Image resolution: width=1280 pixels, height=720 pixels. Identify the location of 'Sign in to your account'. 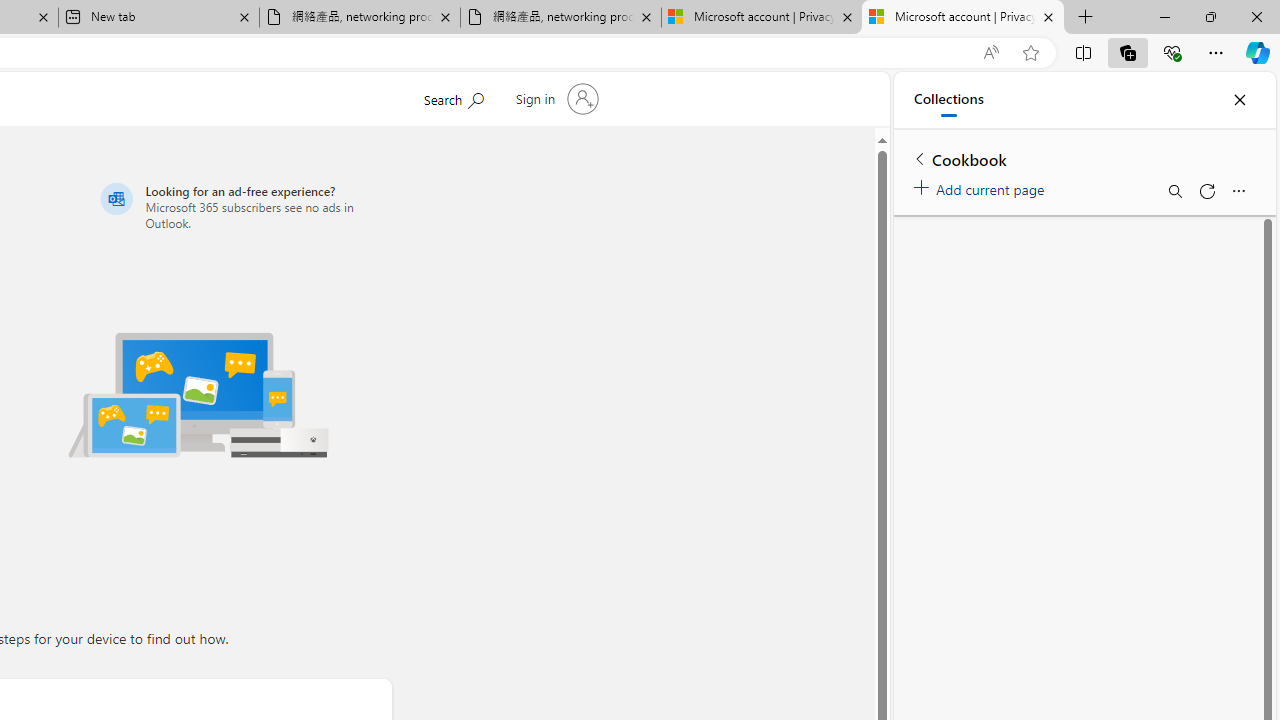
(554, 99).